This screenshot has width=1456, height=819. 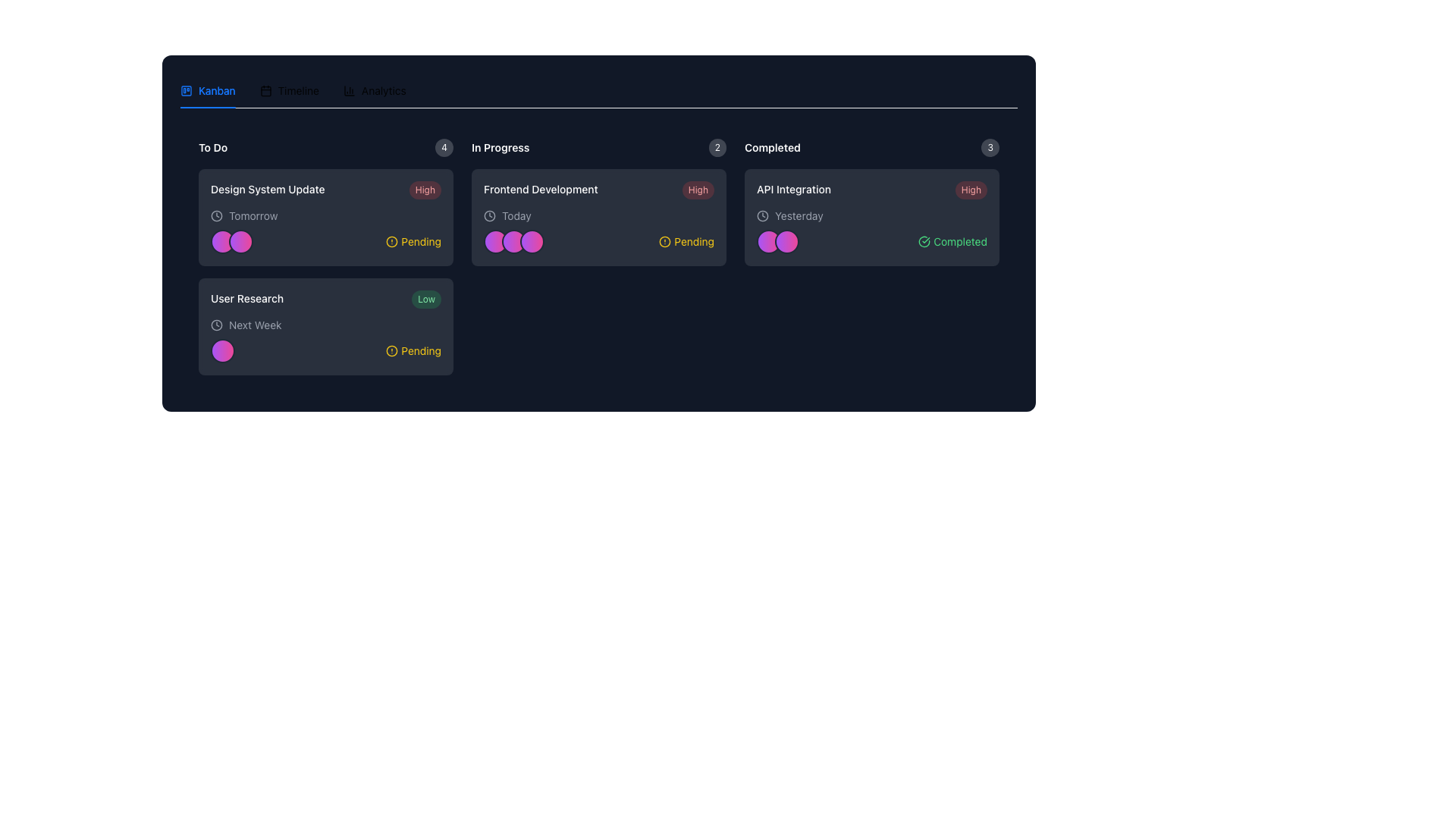 I want to click on the card containing the 'Frontend Development' text and 'High' badge located in the 'In Progress' column of the kanban board, so click(x=598, y=189).